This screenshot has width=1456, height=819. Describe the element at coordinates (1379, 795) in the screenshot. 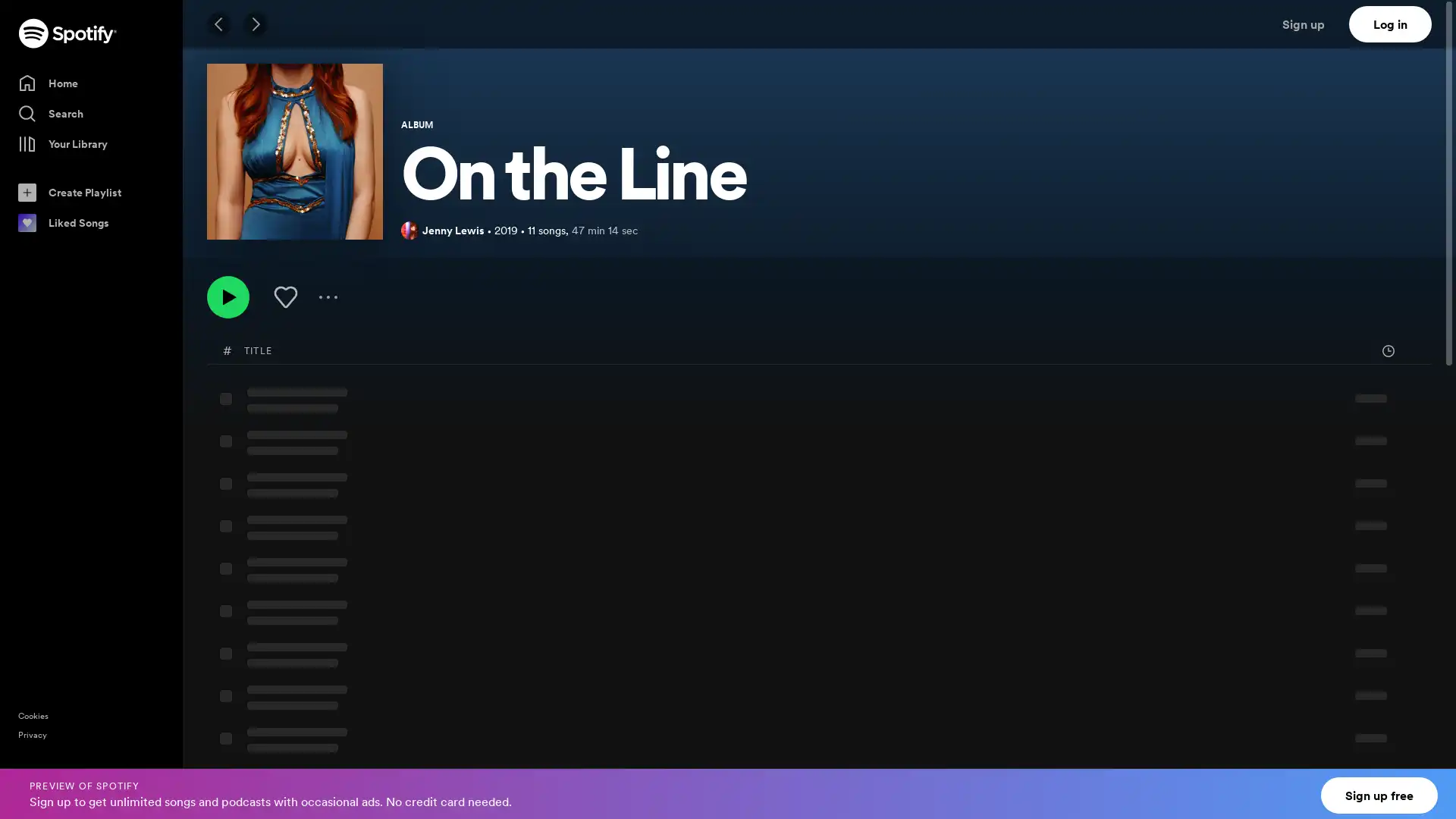

I see `Sign up free` at that location.